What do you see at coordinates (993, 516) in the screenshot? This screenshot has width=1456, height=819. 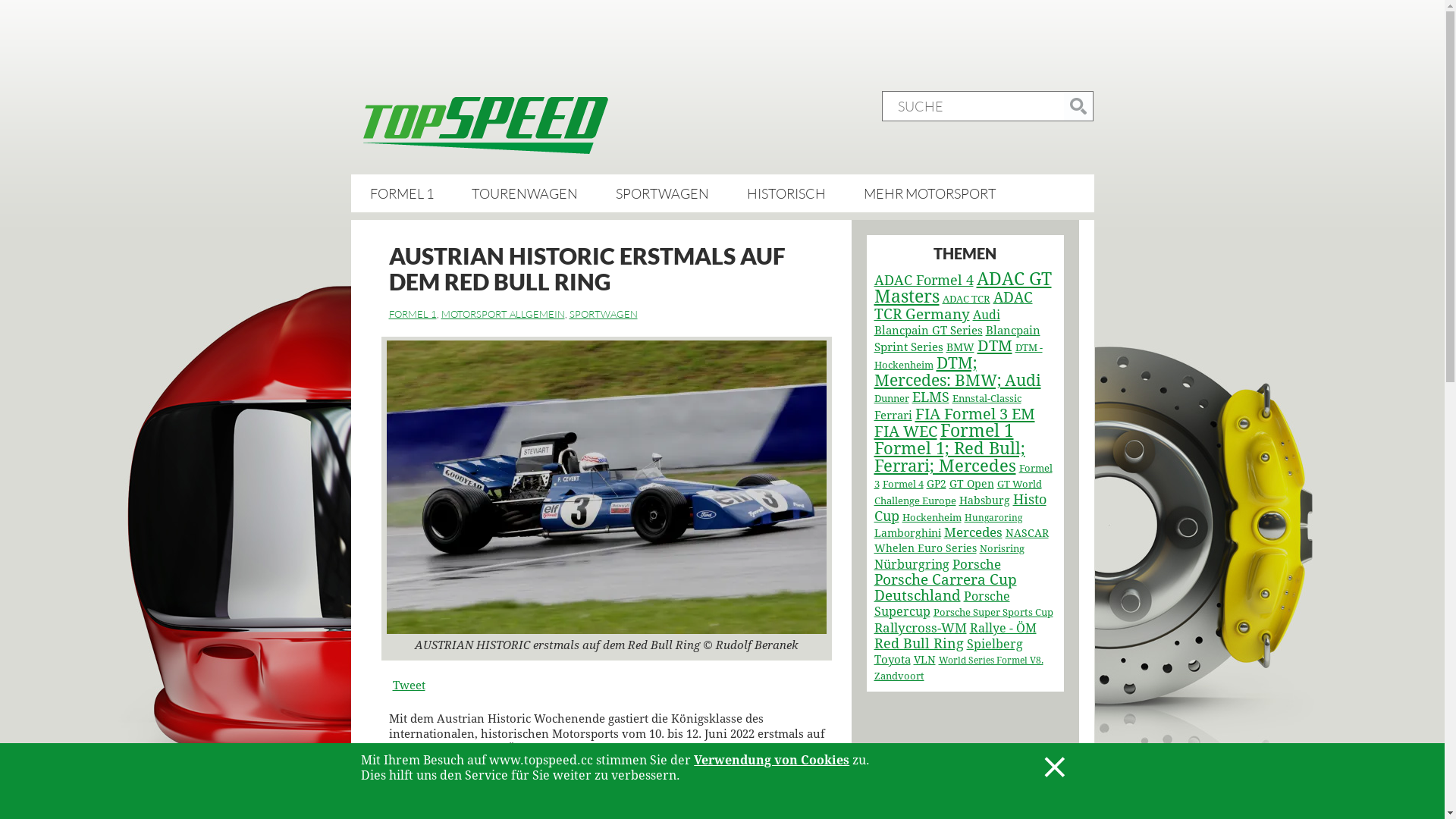 I see `'Hungaroring'` at bounding box center [993, 516].